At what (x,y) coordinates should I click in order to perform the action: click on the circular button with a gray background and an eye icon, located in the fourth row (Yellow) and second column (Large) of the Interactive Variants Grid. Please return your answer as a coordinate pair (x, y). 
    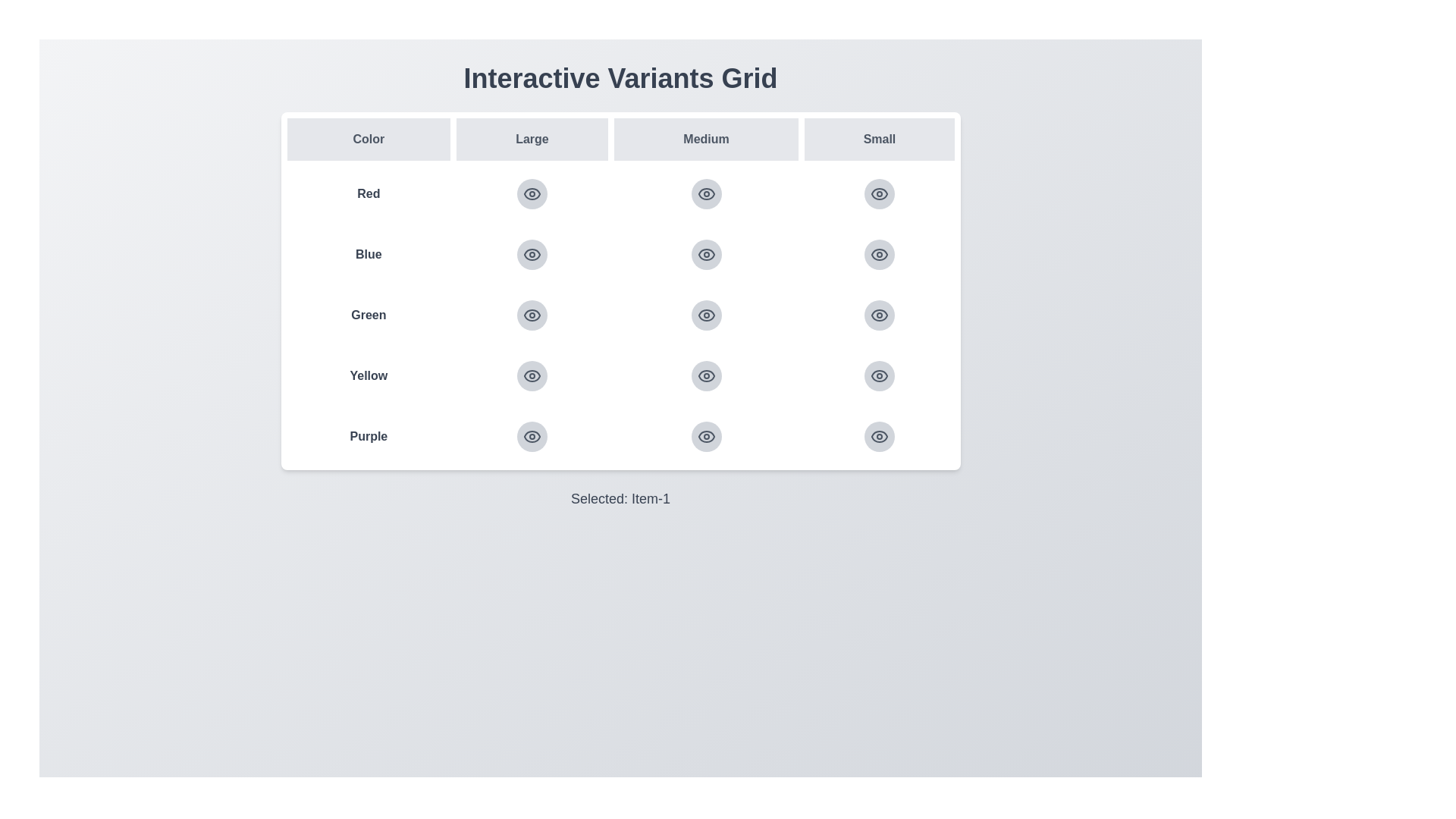
    Looking at the image, I should click on (532, 375).